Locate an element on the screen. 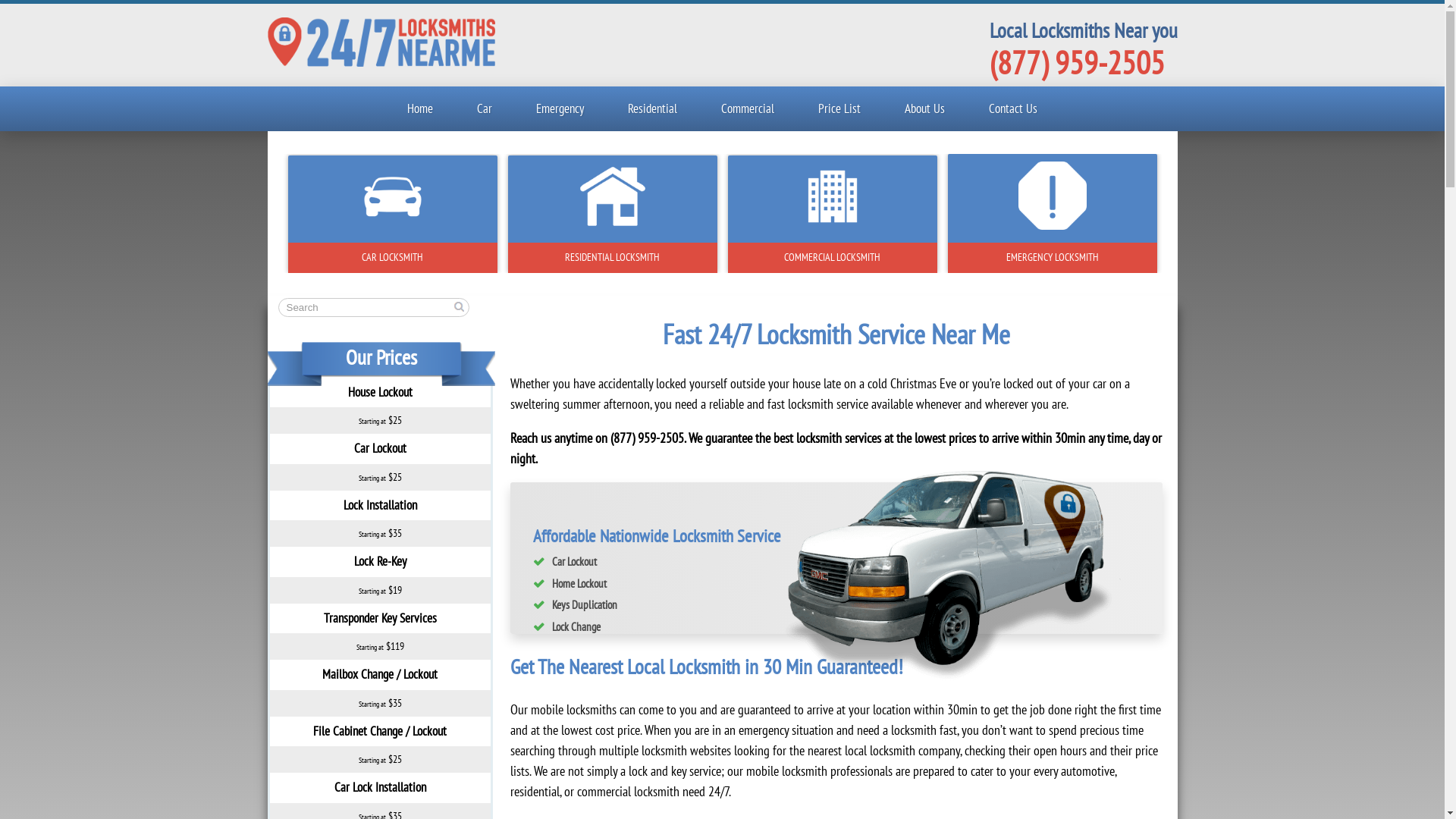 The image size is (1456, 819). '(877) 959-2505' is located at coordinates (1075, 61).